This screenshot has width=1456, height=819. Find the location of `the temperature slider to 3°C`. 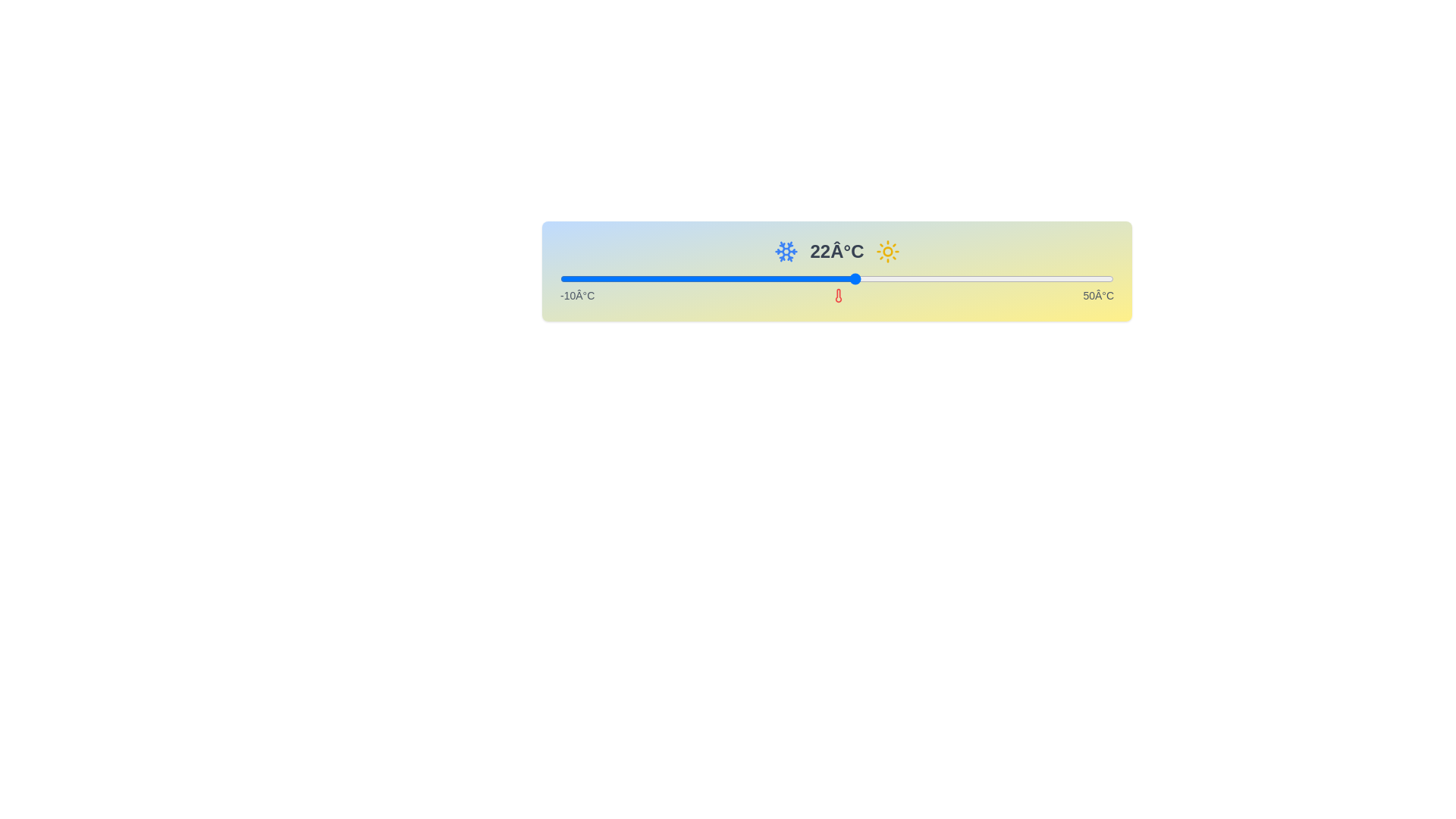

the temperature slider to 3°C is located at coordinates (679, 278).